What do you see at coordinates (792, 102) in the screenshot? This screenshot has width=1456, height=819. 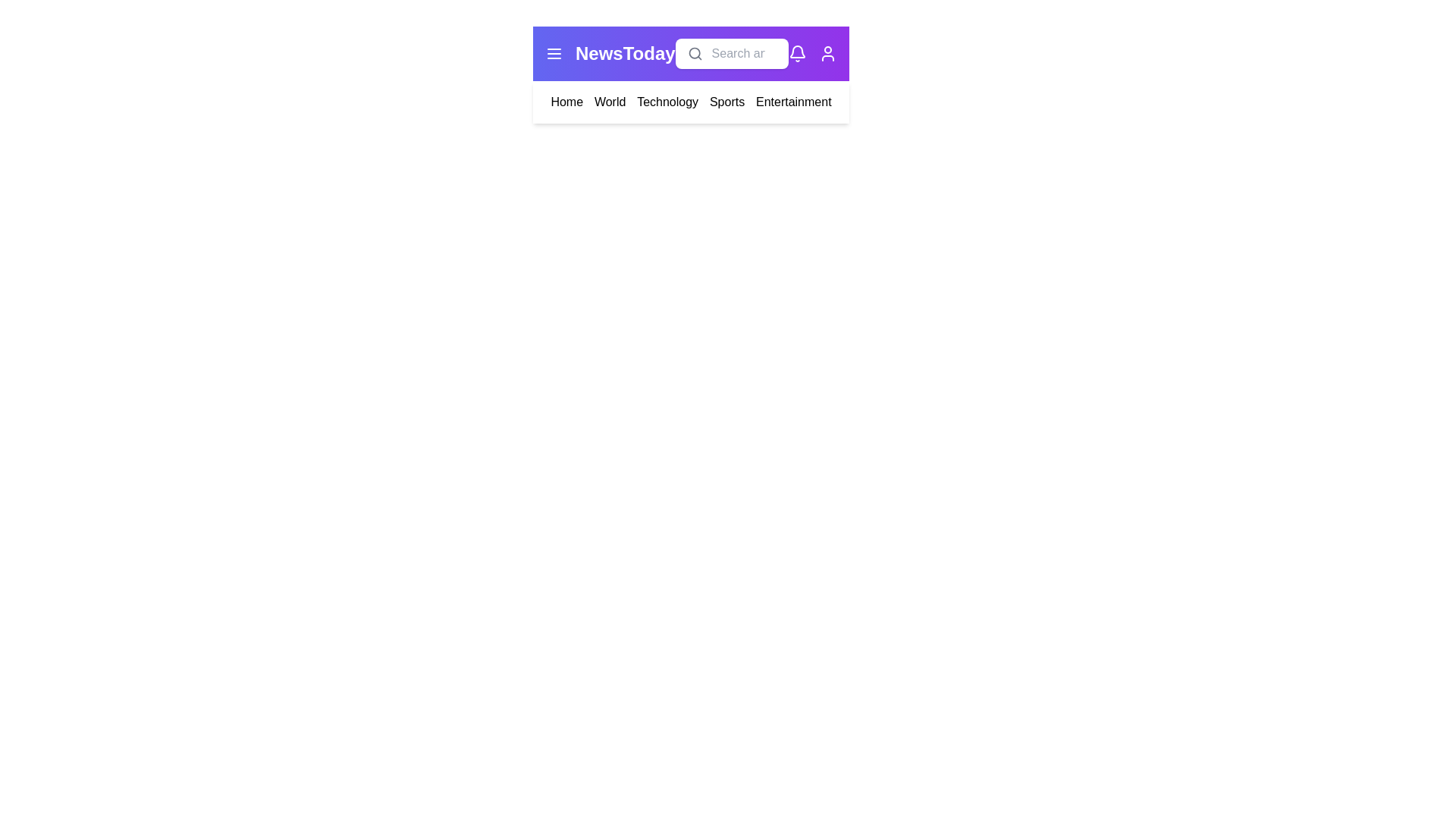 I see `the navigation link for Entertainment` at bounding box center [792, 102].